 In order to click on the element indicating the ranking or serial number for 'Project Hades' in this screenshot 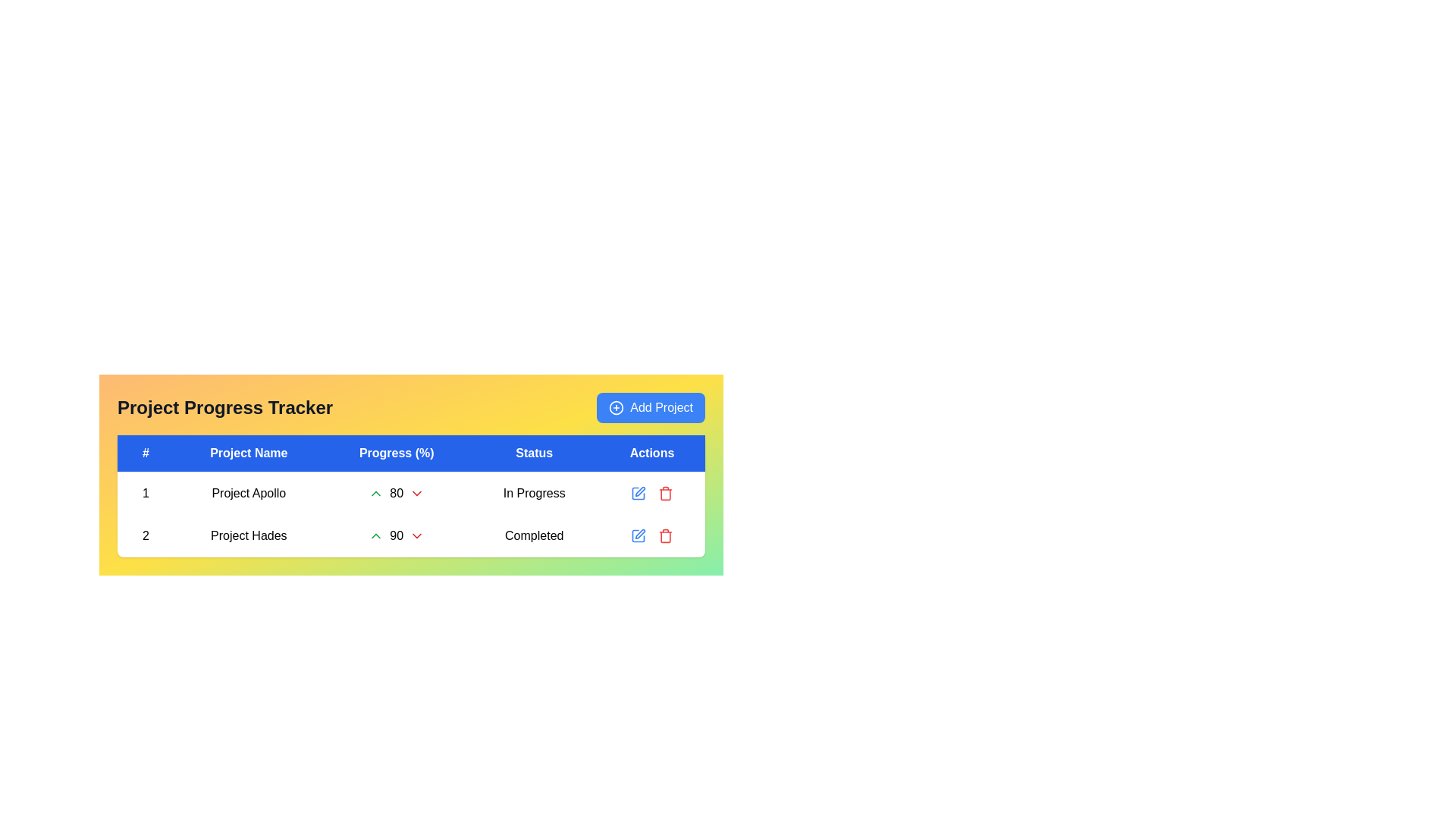, I will do `click(146, 535)`.